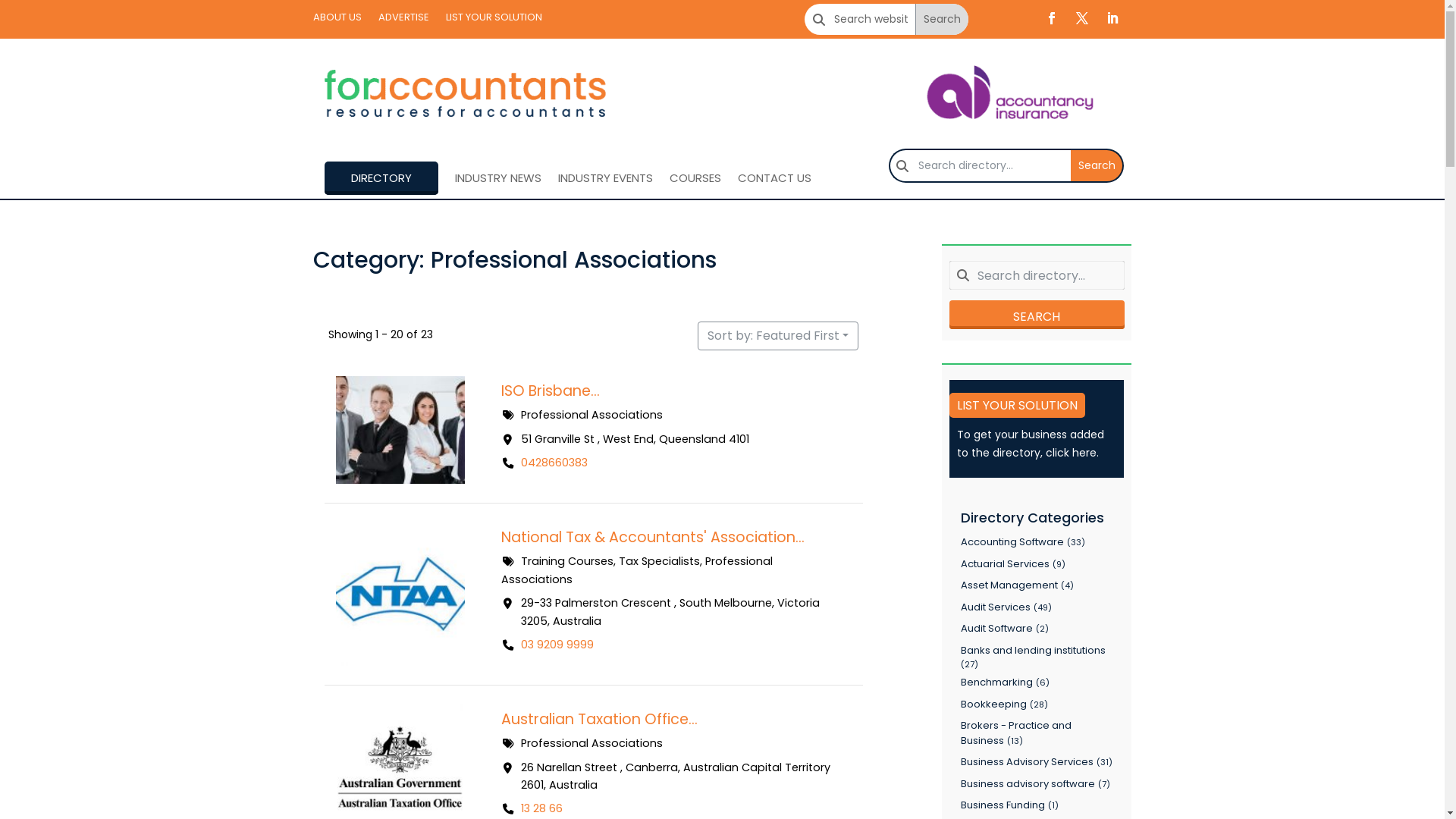 The width and height of the screenshot is (1456, 819). I want to click on 'ISO Brisbane...', so click(500, 390).